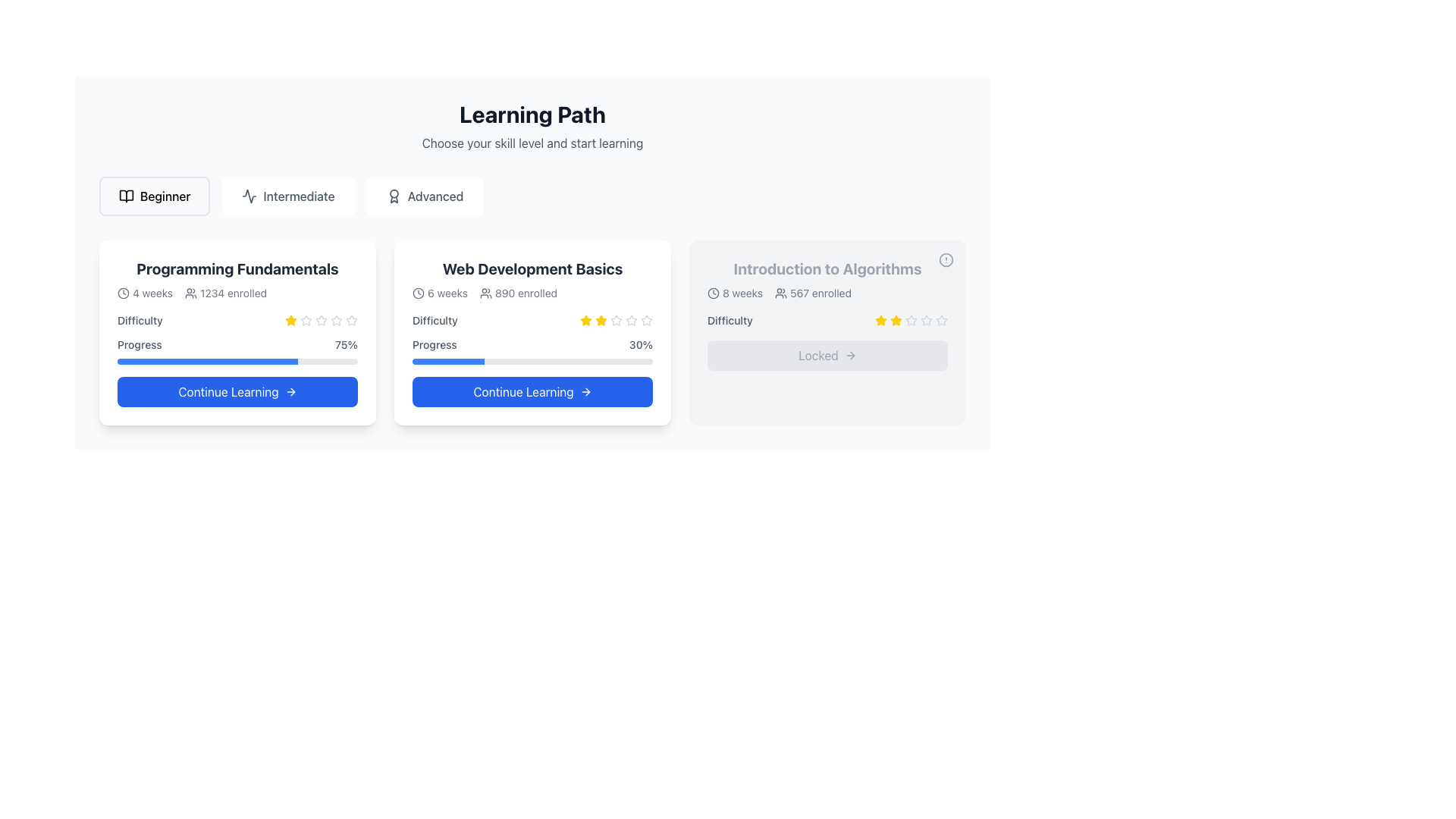 This screenshot has width=1456, height=819. What do you see at coordinates (237, 332) in the screenshot?
I see `the stars in the first informational card widget to check the difficulty levels of the online course` at bounding box center [237, 332].